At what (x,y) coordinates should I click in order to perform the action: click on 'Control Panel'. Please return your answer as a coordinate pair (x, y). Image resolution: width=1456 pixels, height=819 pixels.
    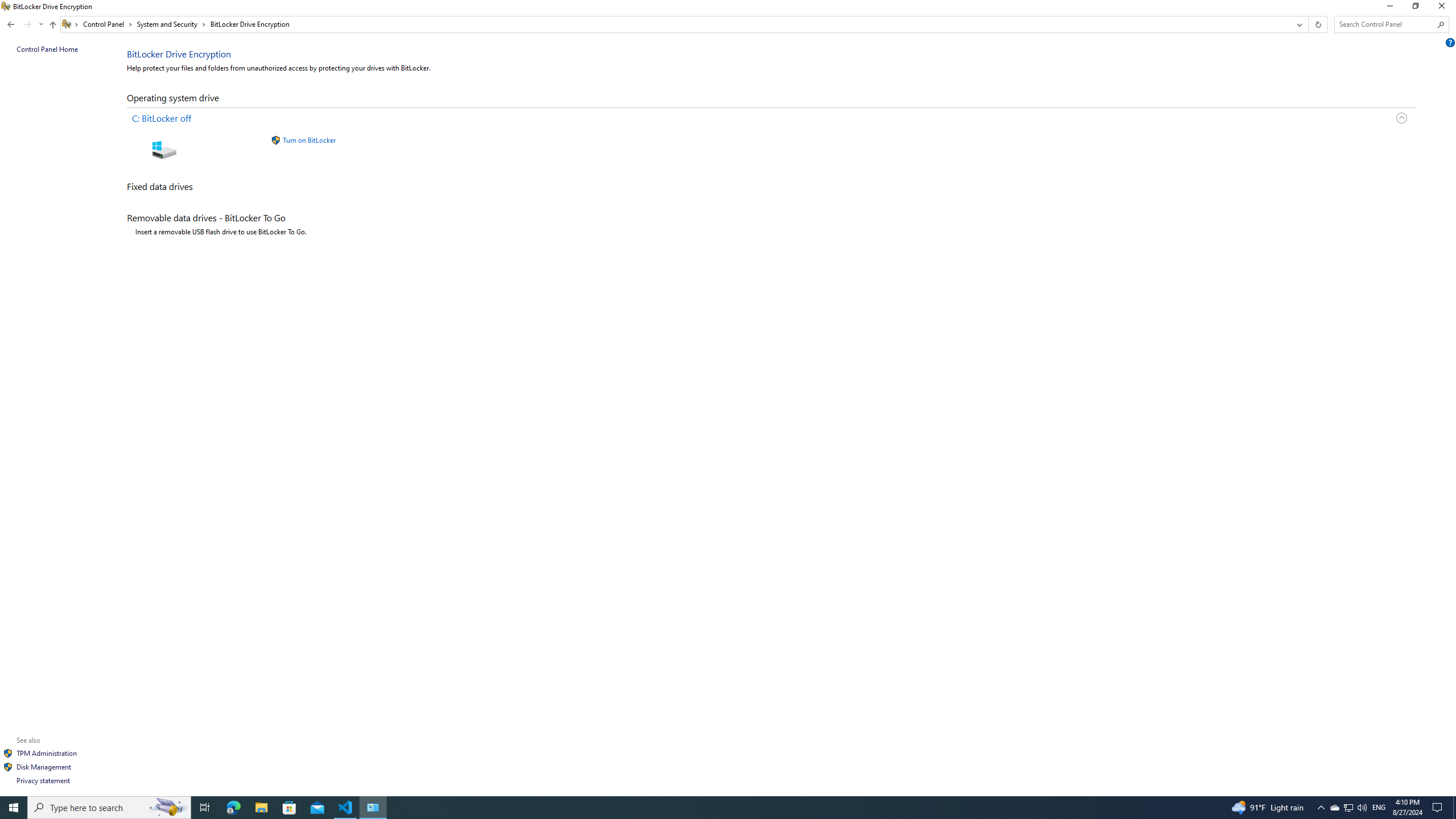
    Looking at the image, I should click on (107, 24).